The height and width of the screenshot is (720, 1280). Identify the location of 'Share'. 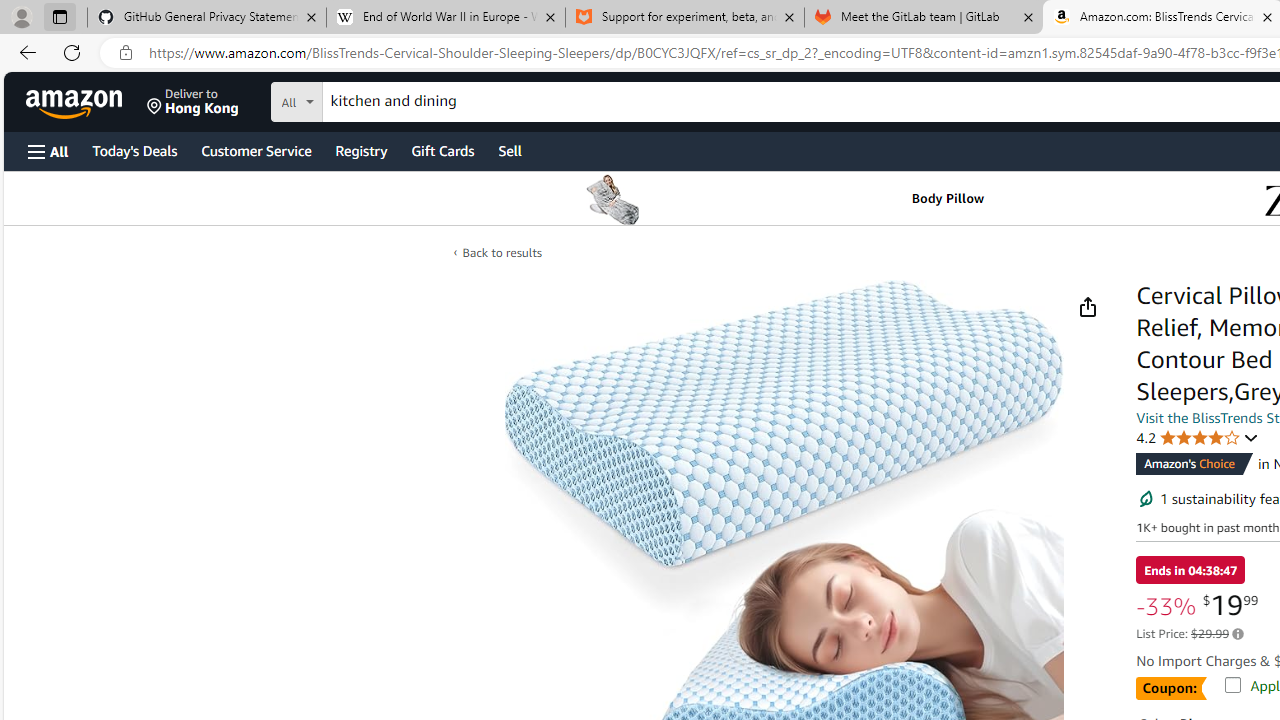
(1086, 307).